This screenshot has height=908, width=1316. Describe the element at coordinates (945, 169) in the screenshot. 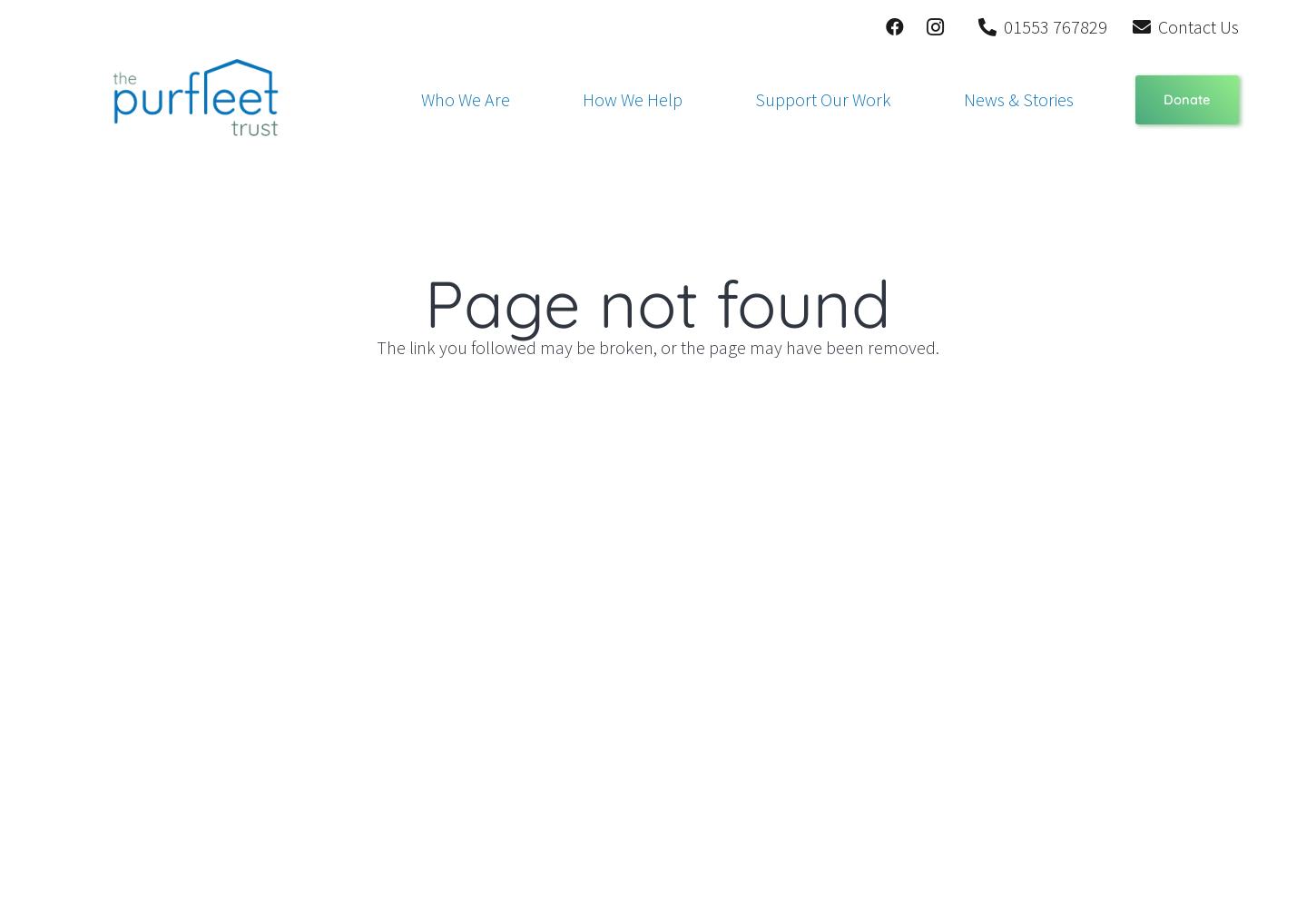

I see `'News & Blog'` at that location.